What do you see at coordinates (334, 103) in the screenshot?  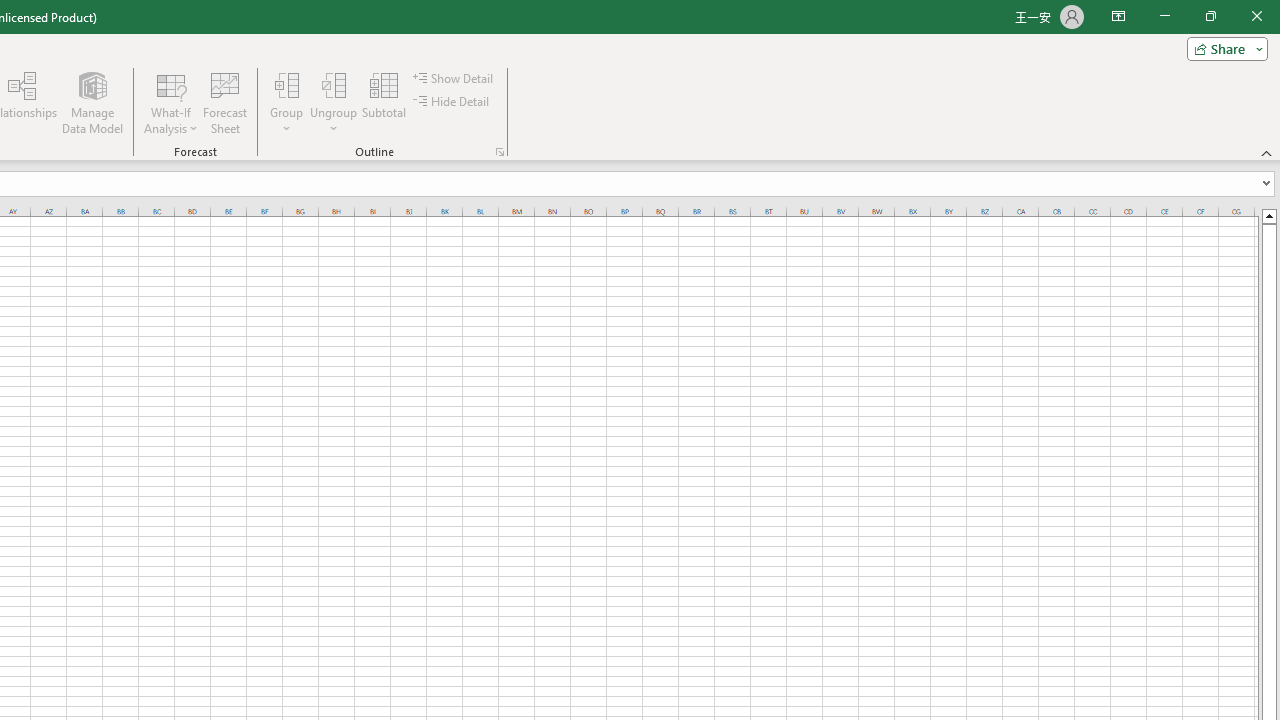 I see `'Ungroup...'` at bounding box center [334, 103].